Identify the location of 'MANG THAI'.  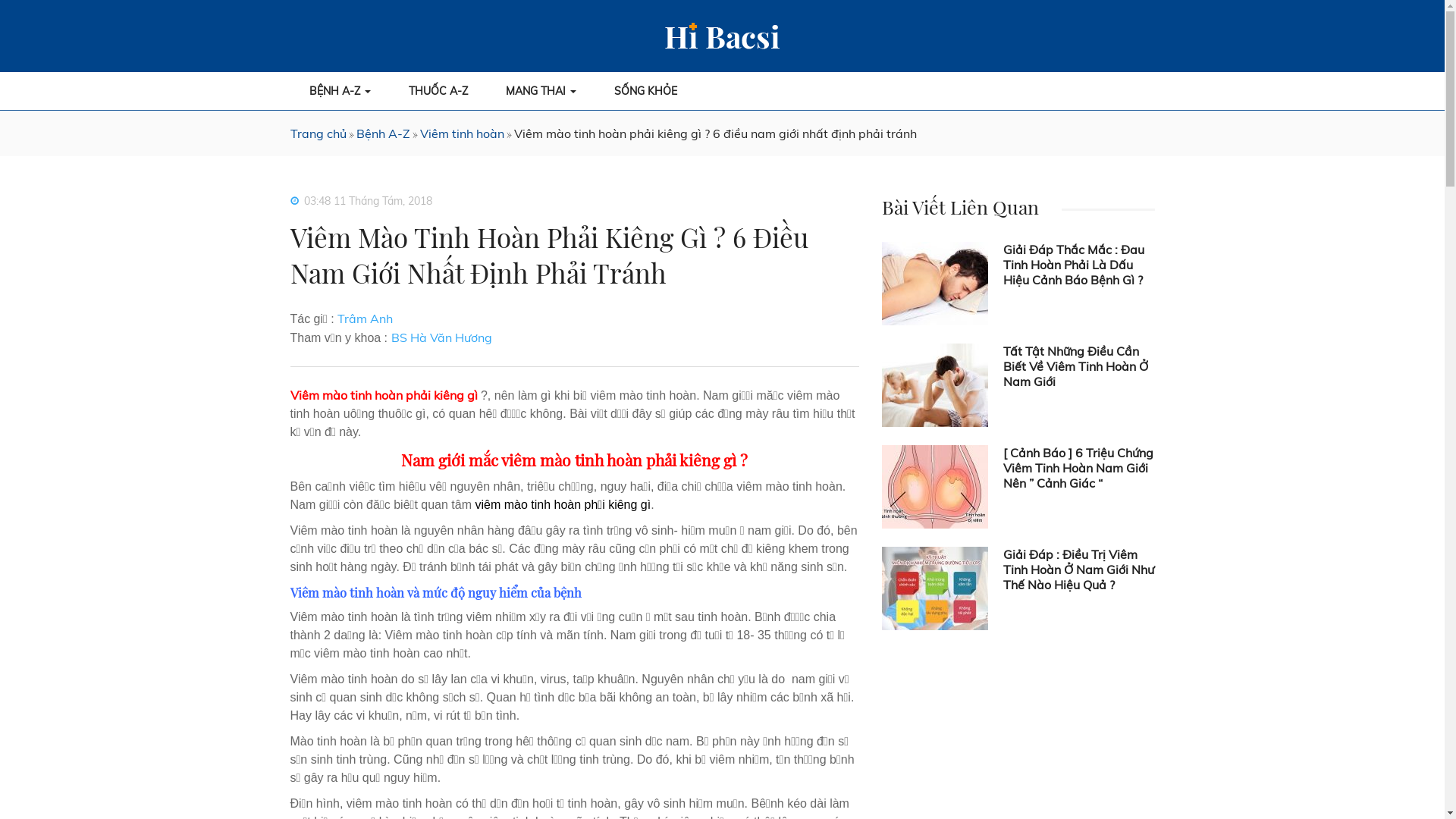
(541, 90).